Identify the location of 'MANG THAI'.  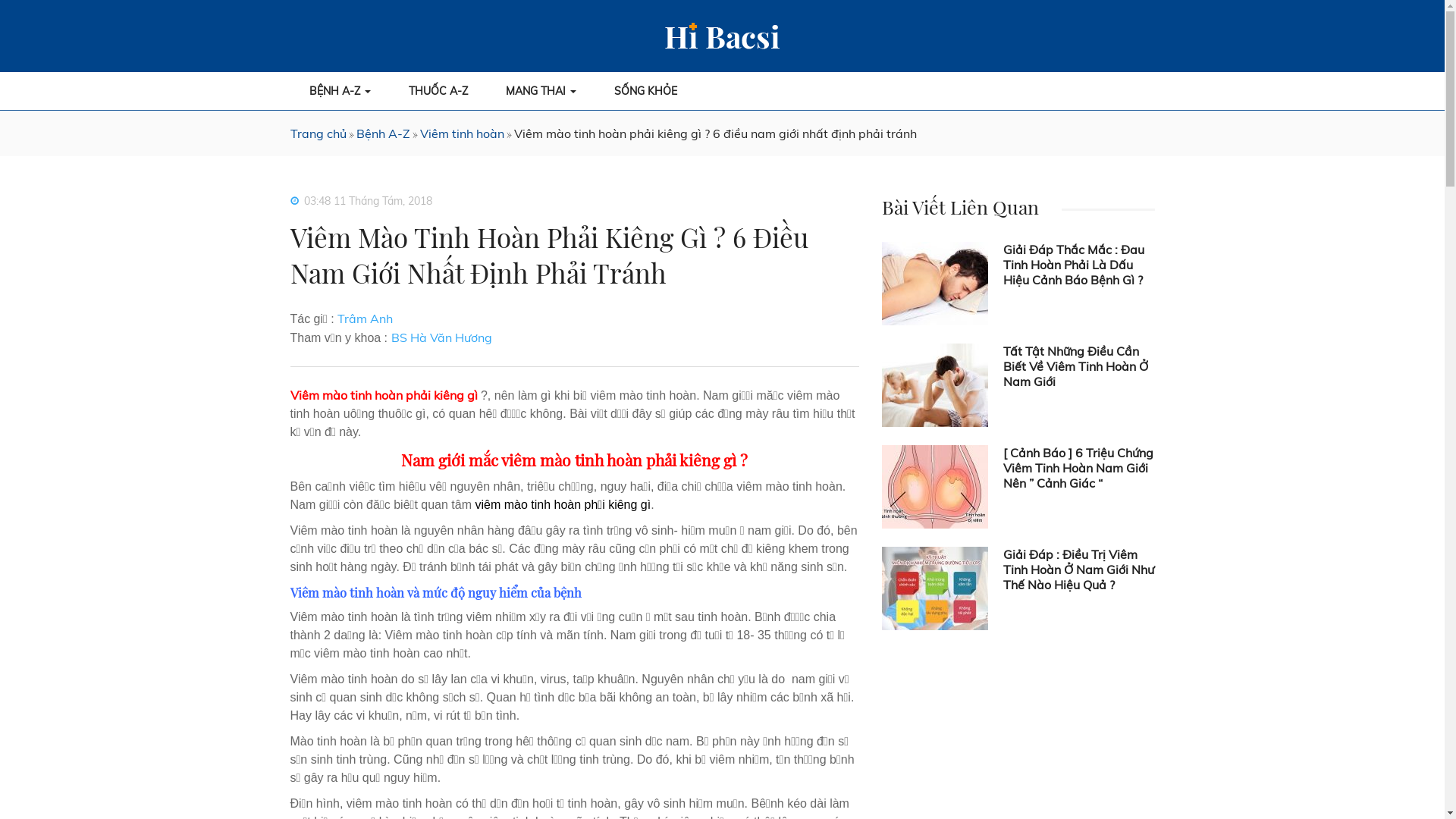
(541, 90).